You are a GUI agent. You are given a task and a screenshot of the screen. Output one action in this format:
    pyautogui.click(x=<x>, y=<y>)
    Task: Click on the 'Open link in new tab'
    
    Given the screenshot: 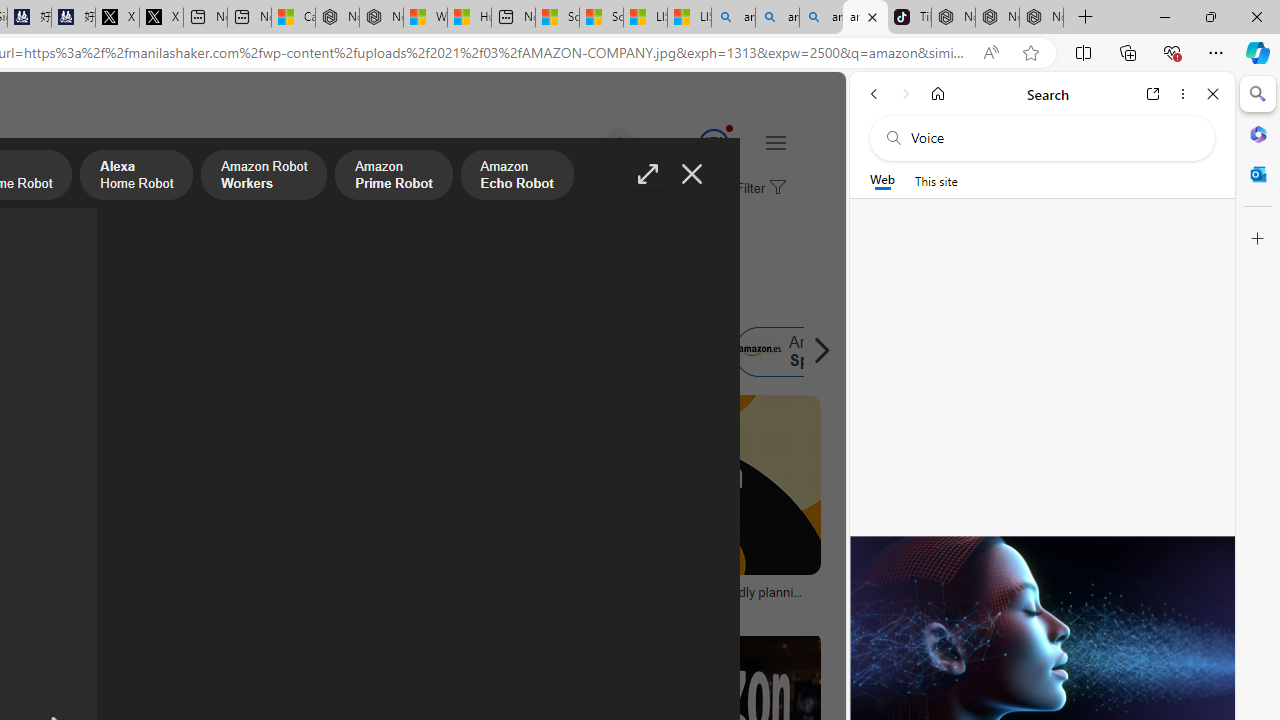 What is the action you would take?
    pyautogui.click(x=1153, y=93)
    